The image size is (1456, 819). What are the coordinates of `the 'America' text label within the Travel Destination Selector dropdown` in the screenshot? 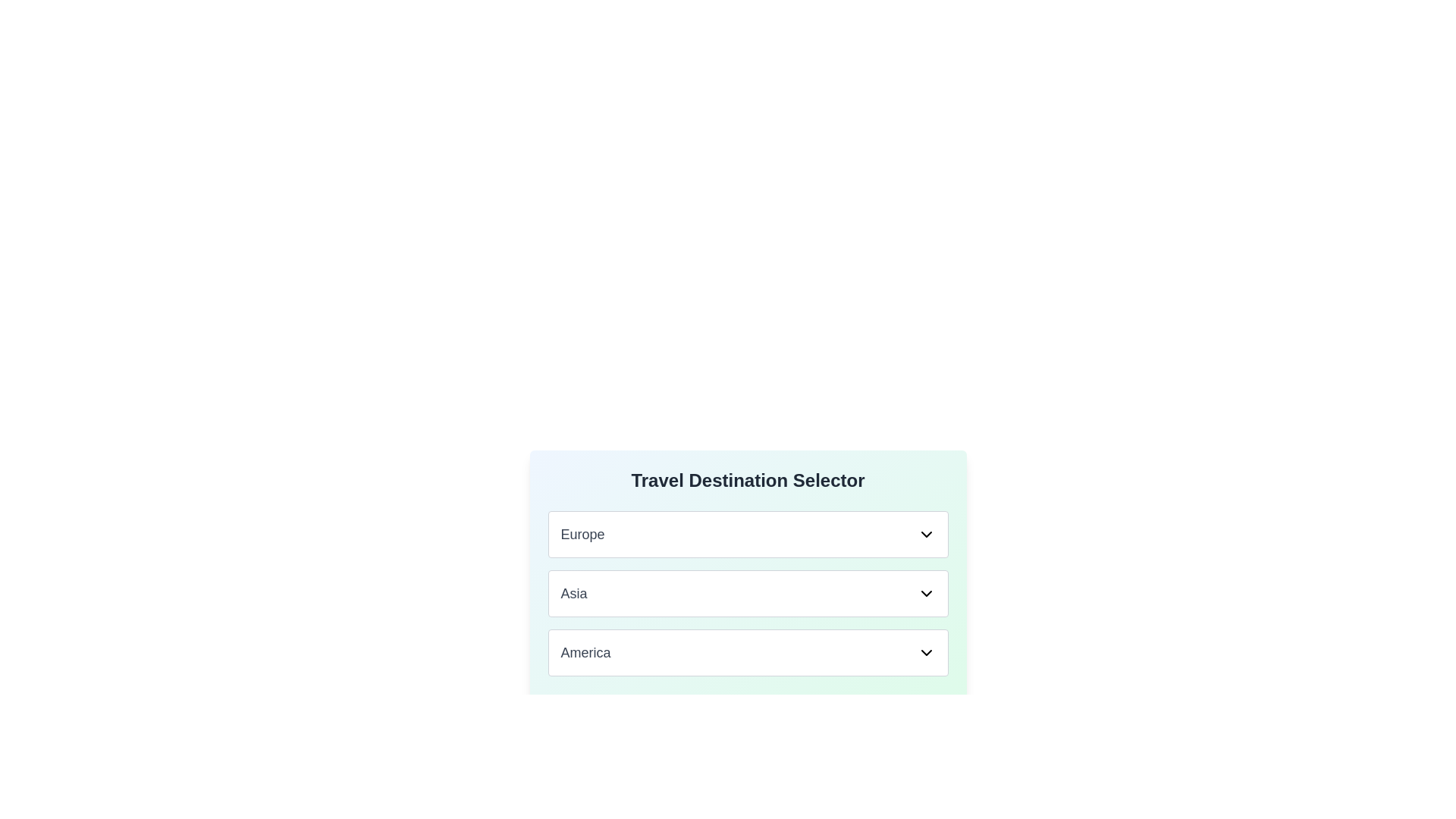 It's located at (585, 651).